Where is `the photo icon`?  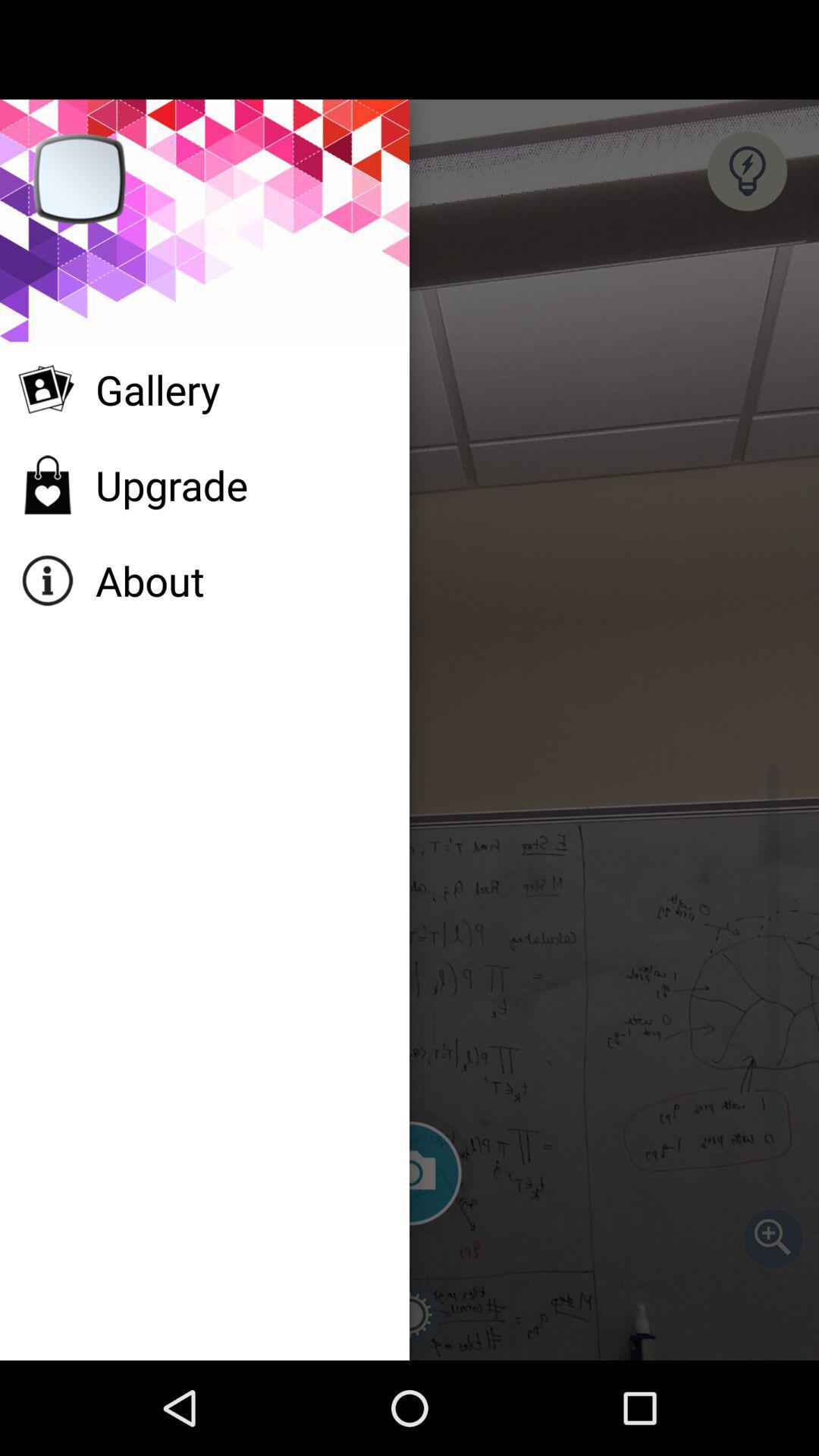 the photo icon is located at coordinates (409, 1172).